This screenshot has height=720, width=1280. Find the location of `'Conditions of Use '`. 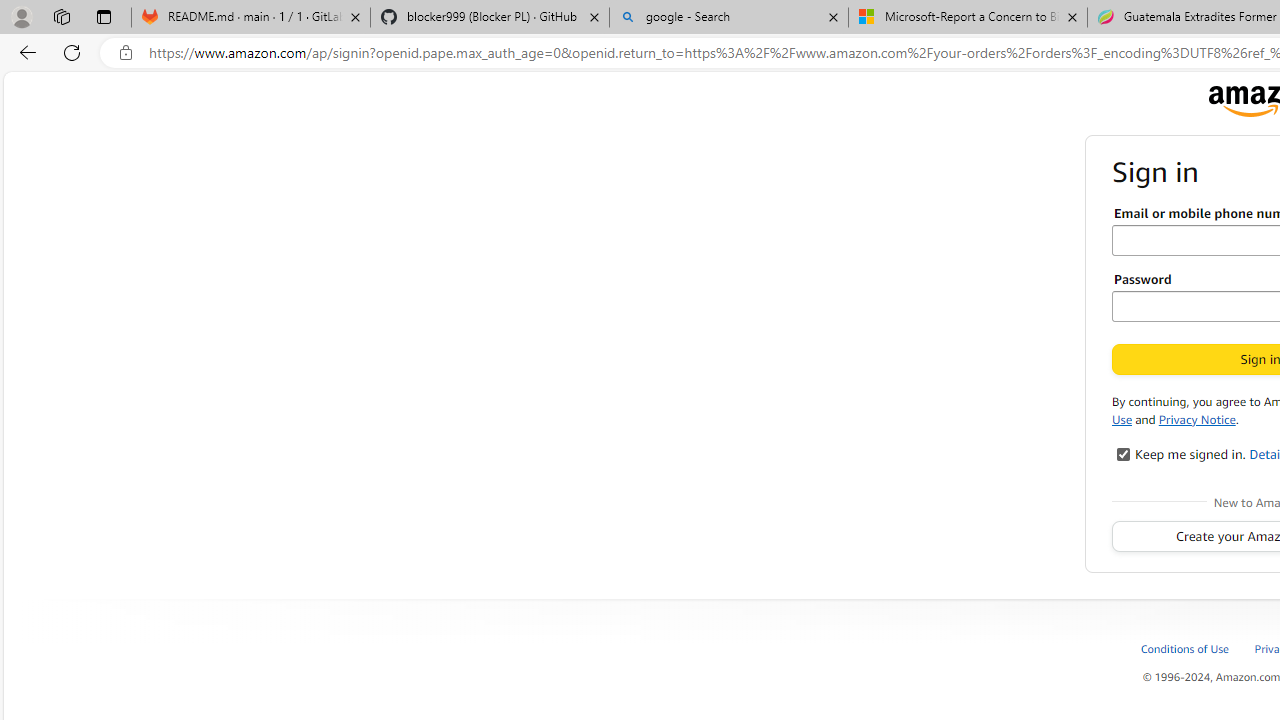

'Conditions of Use ' is located at coordinates (1196, 648).